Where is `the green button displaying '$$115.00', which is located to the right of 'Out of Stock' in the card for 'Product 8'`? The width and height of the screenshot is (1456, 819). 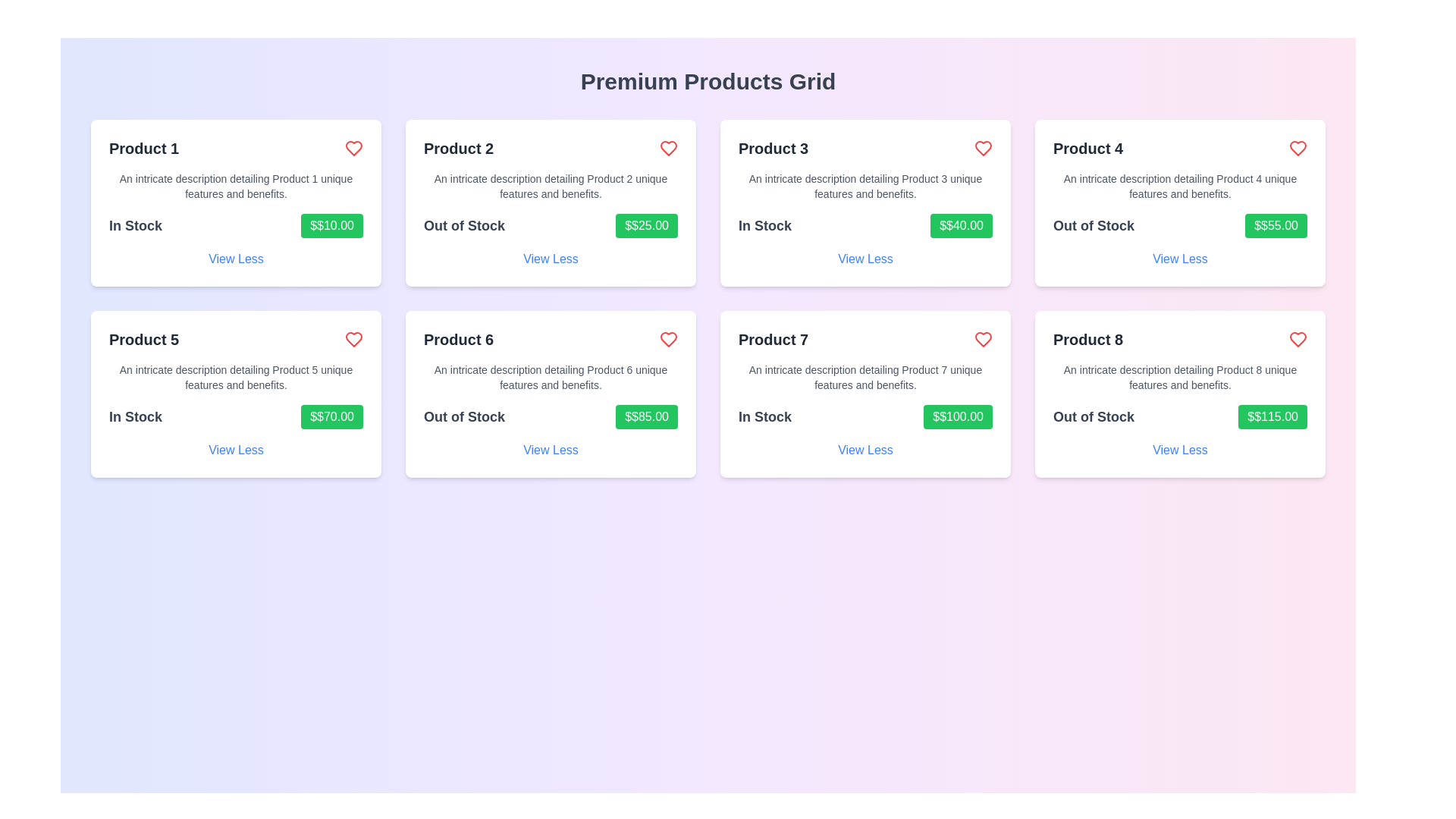 the green button displaying '$$115.00', which is located to the right of 'Out of Stock' in the card for 'Product 8' is located at coordinates (1272, 417).